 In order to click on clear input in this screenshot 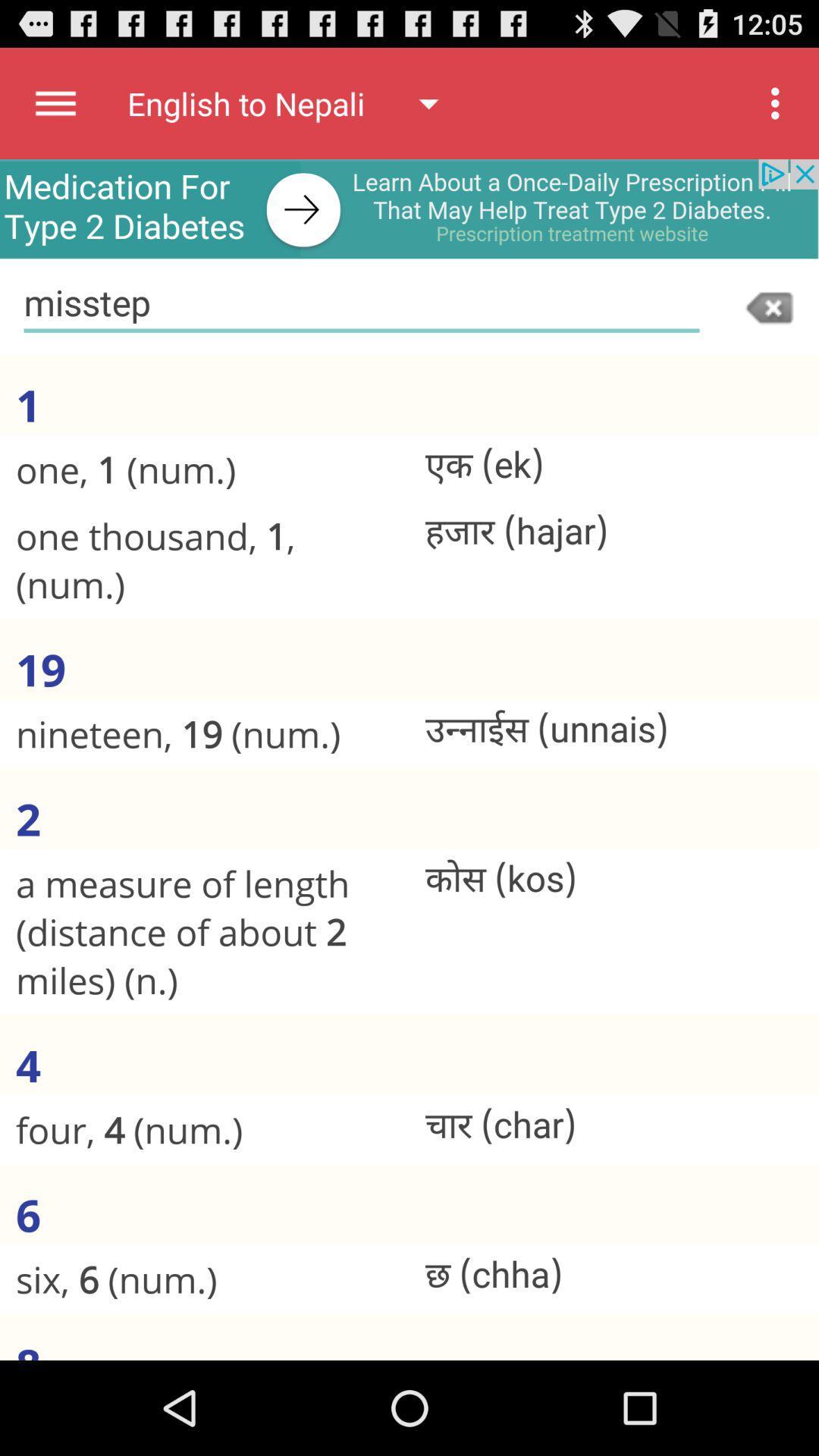, I will do `click(771, 306)`.